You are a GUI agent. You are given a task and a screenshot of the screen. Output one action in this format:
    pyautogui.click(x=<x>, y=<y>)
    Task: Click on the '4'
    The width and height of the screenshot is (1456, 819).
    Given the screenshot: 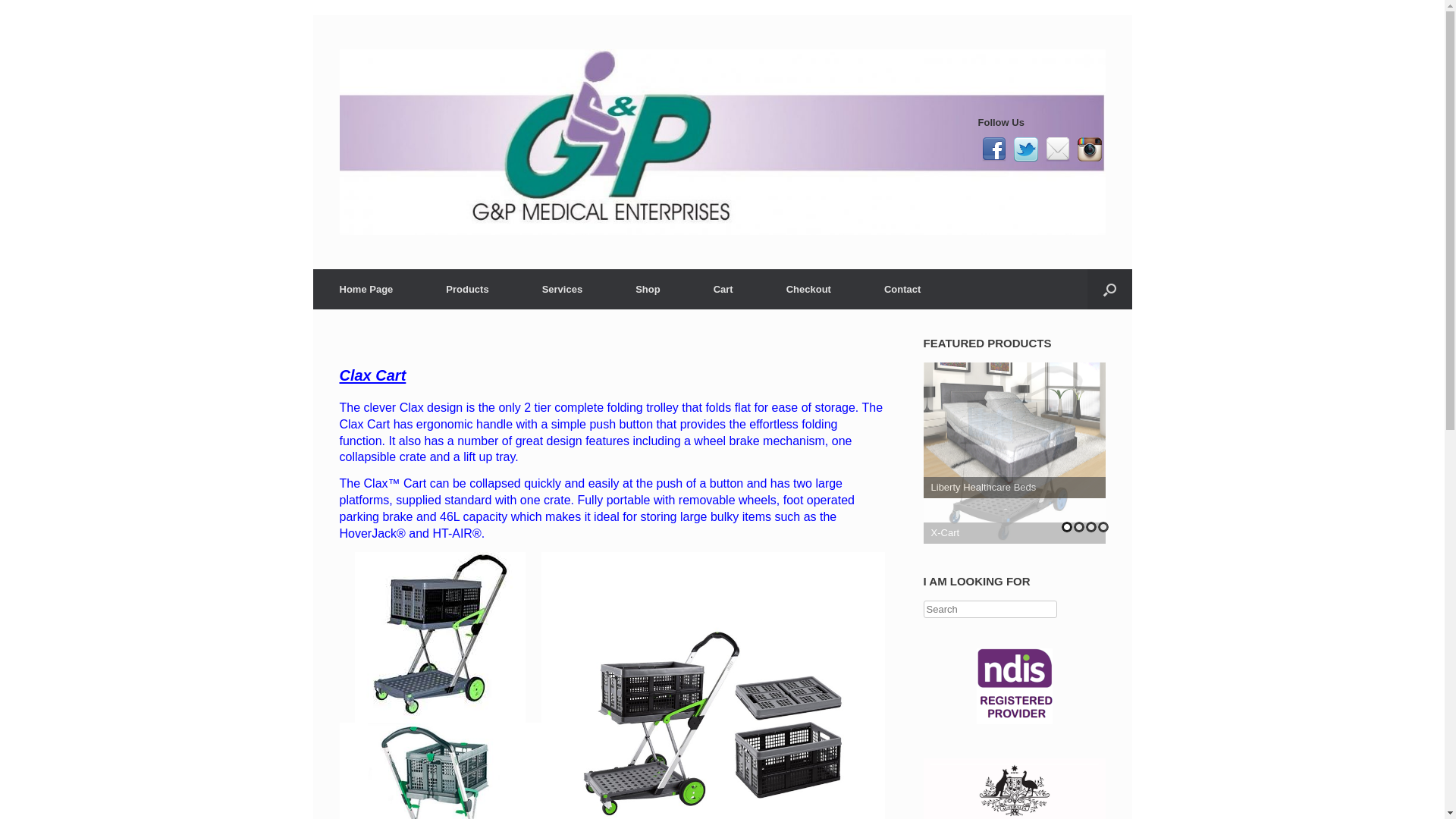 What is the action you would take?
    pyautogui.click(x=1098, y=526)
    